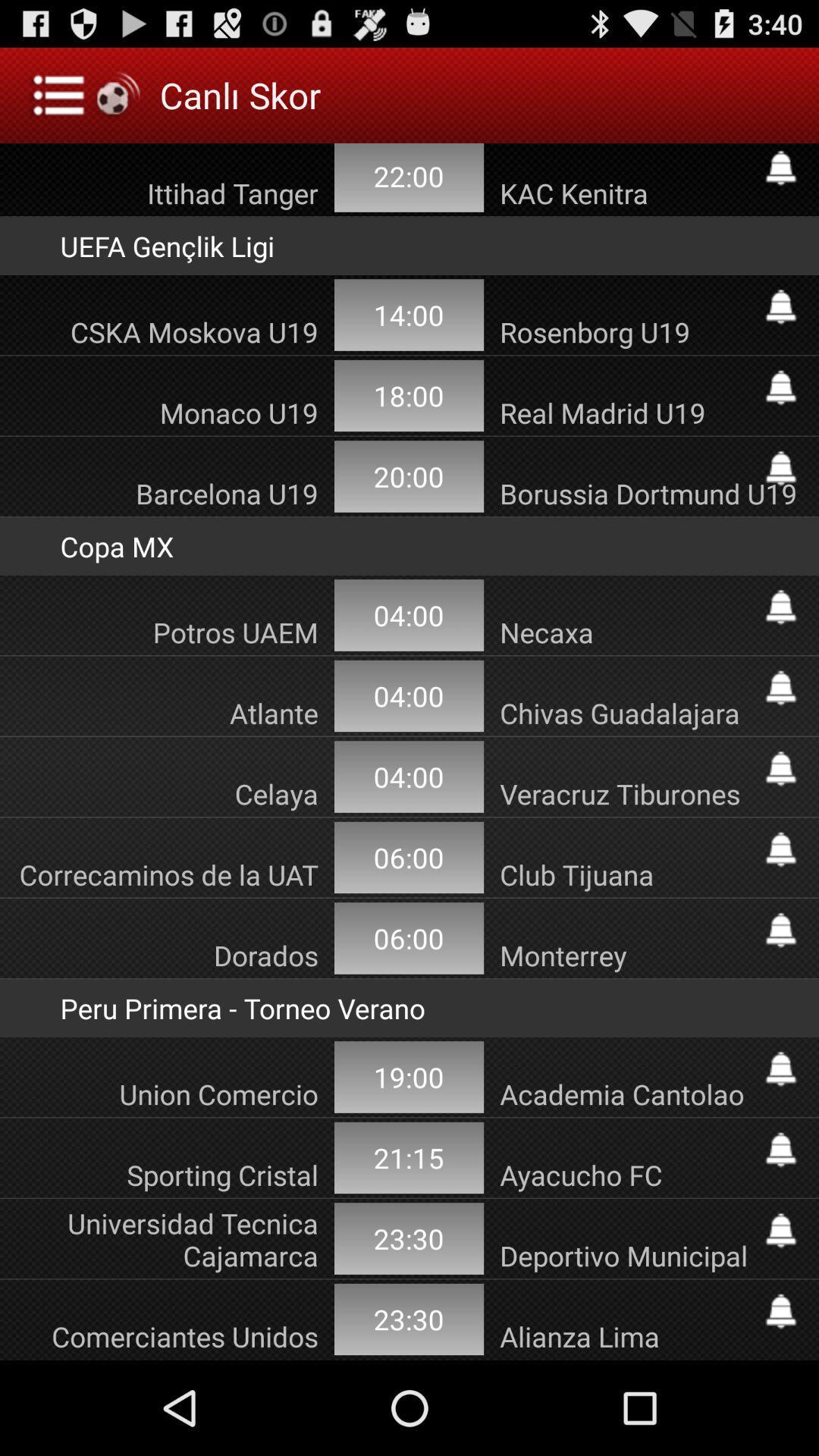  What do you see at coordinates (780, 1150) in the screenshot?
I see `set alert` at bounding box center [780, 1150].